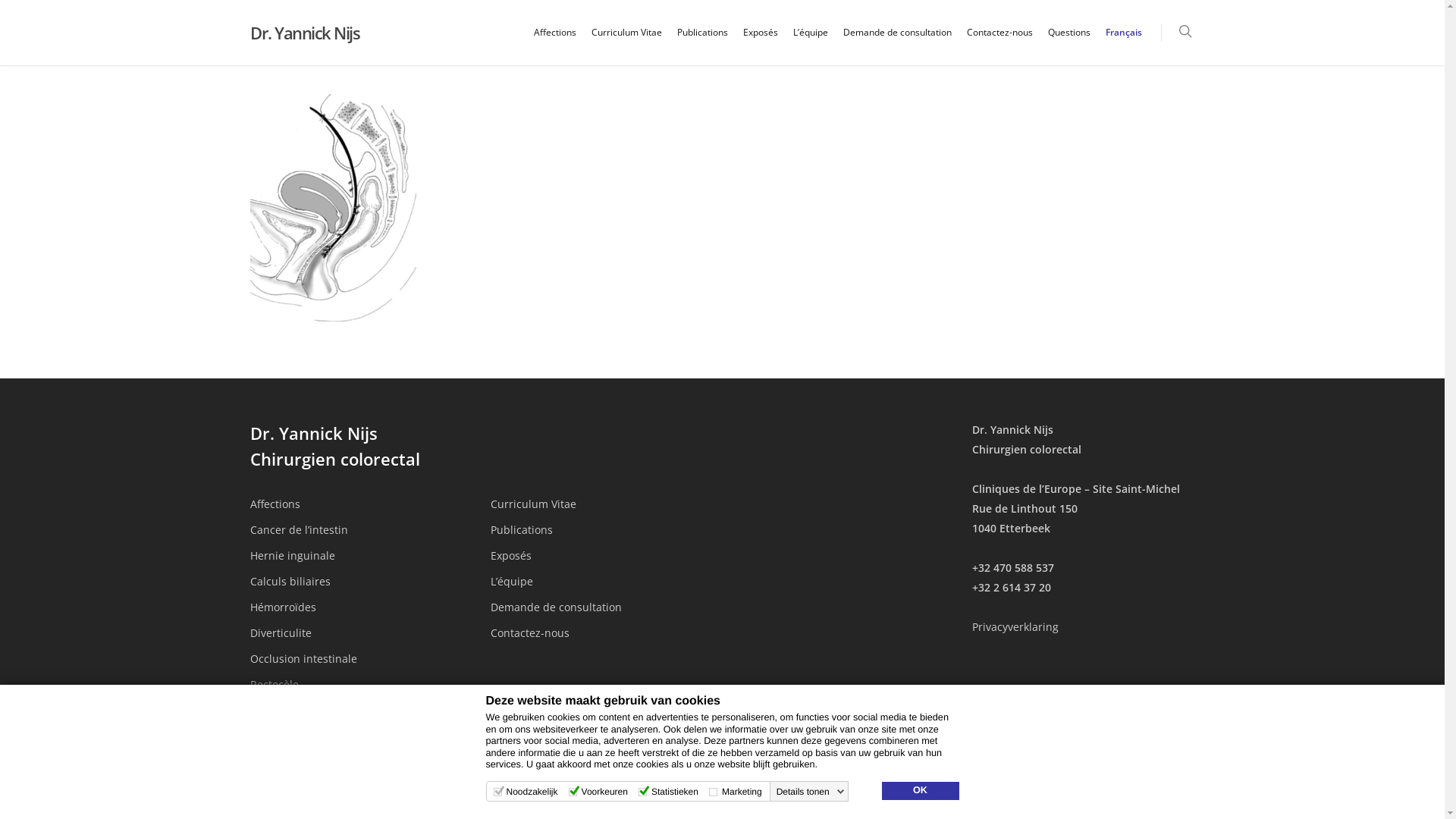 The width and height of the screenshot is (1456, 819). Describe the element at coordinates (1015, 626) in the screenshot. I see `'Privacyverklaring'` at that location.